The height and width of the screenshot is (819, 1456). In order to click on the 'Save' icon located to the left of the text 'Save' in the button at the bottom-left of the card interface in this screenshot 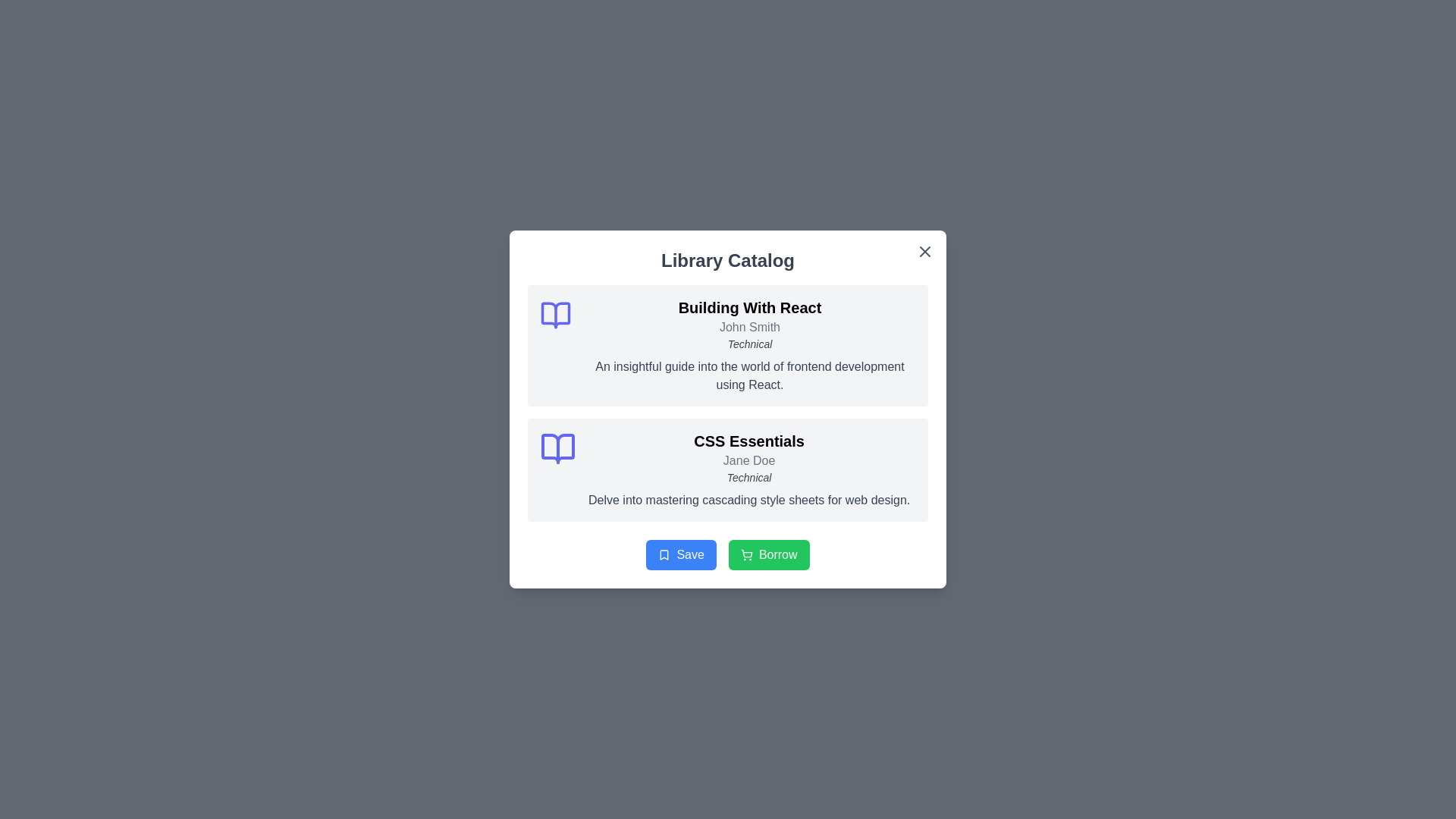, I will do `click(664, 555)`.